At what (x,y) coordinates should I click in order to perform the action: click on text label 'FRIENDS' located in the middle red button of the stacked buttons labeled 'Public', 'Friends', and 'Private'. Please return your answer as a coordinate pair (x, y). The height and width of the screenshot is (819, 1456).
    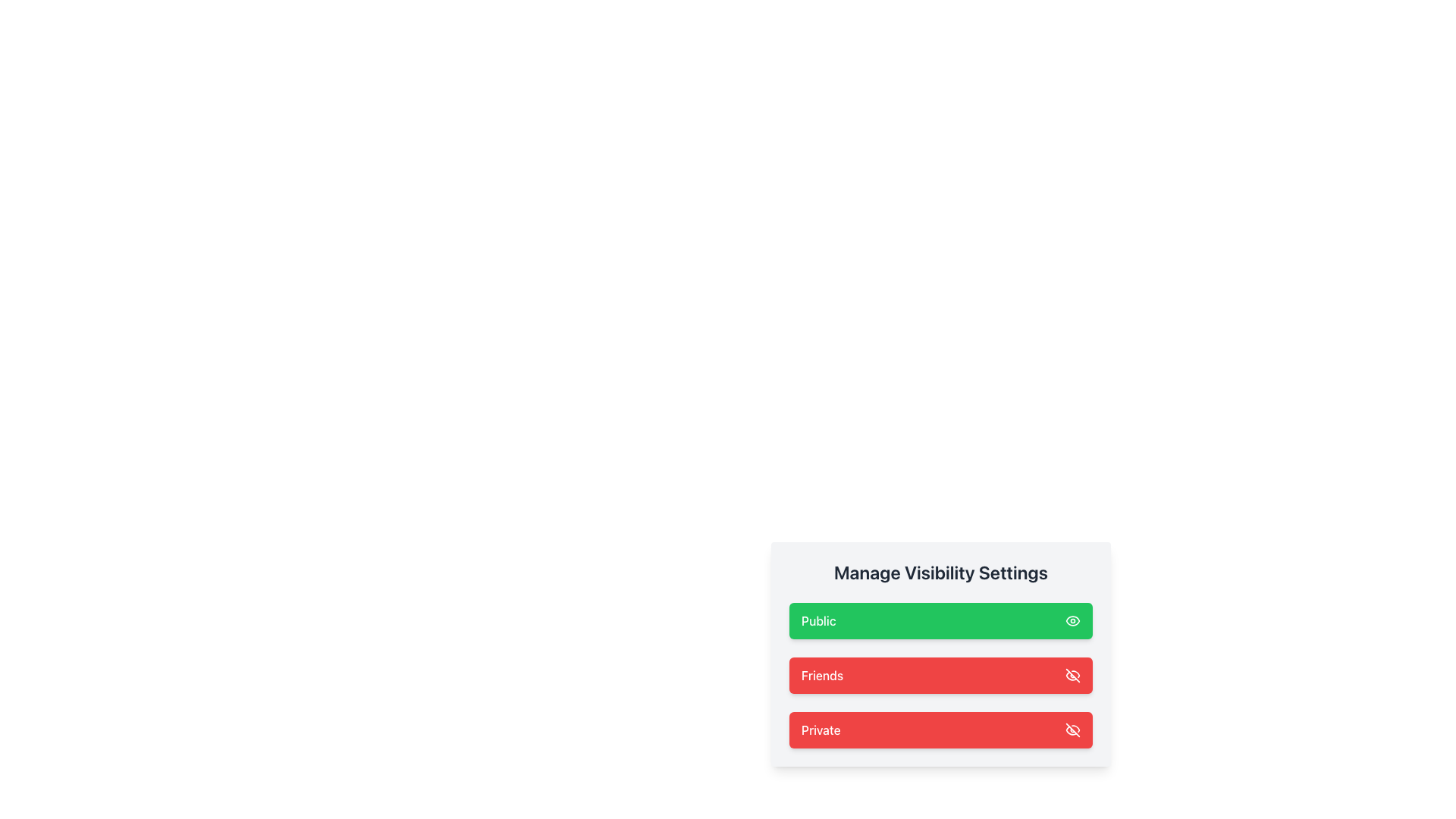
    Looking at the image, I should click on (821, 675).